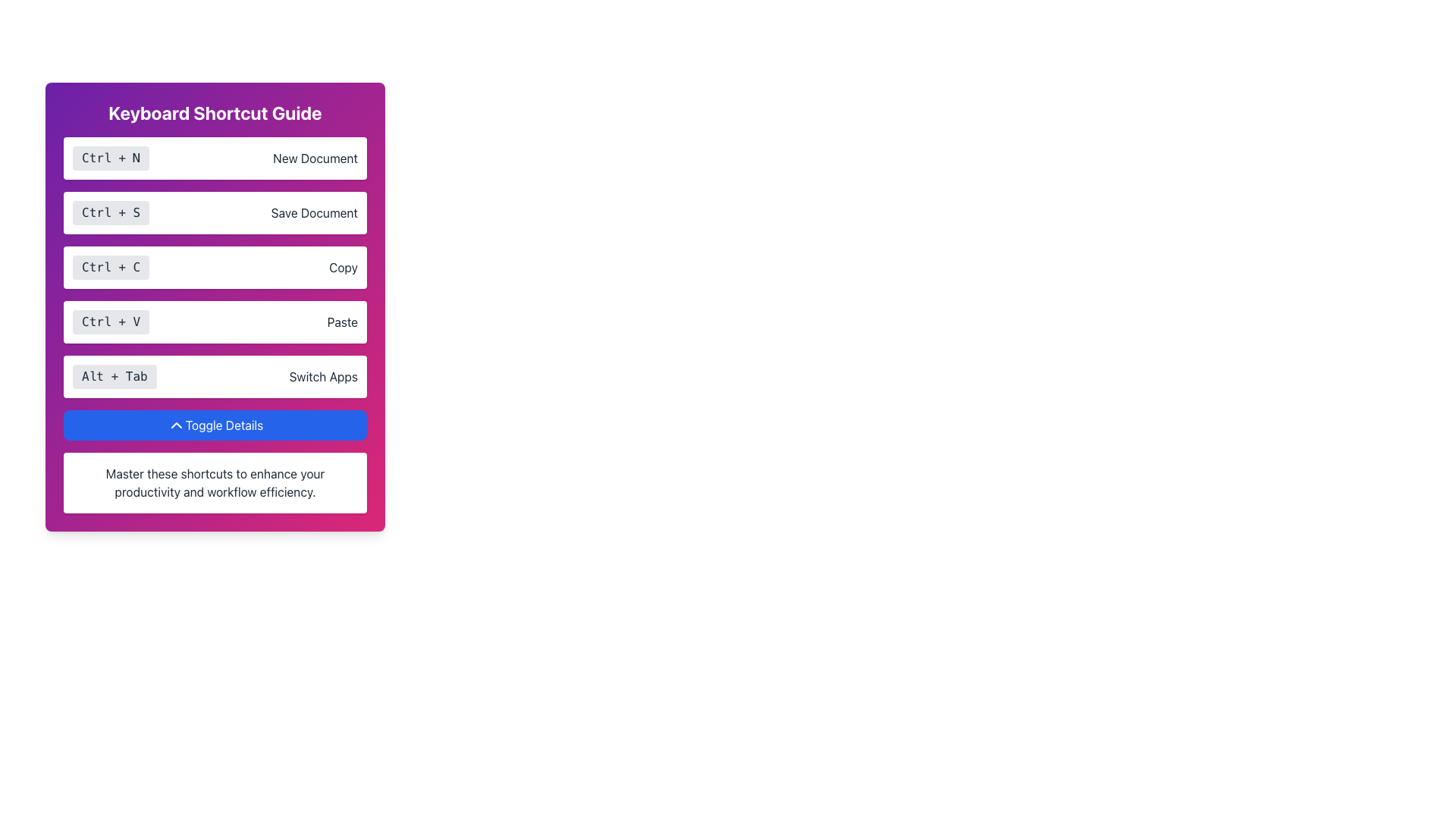 This screenshot has height=819, width=1456. I want to click on the 'Copy' text label which indicates the action associated with the keyboard shortcut 'Ctrl + C' in the Keyboard Shortcut Guide, so click(343, 267).